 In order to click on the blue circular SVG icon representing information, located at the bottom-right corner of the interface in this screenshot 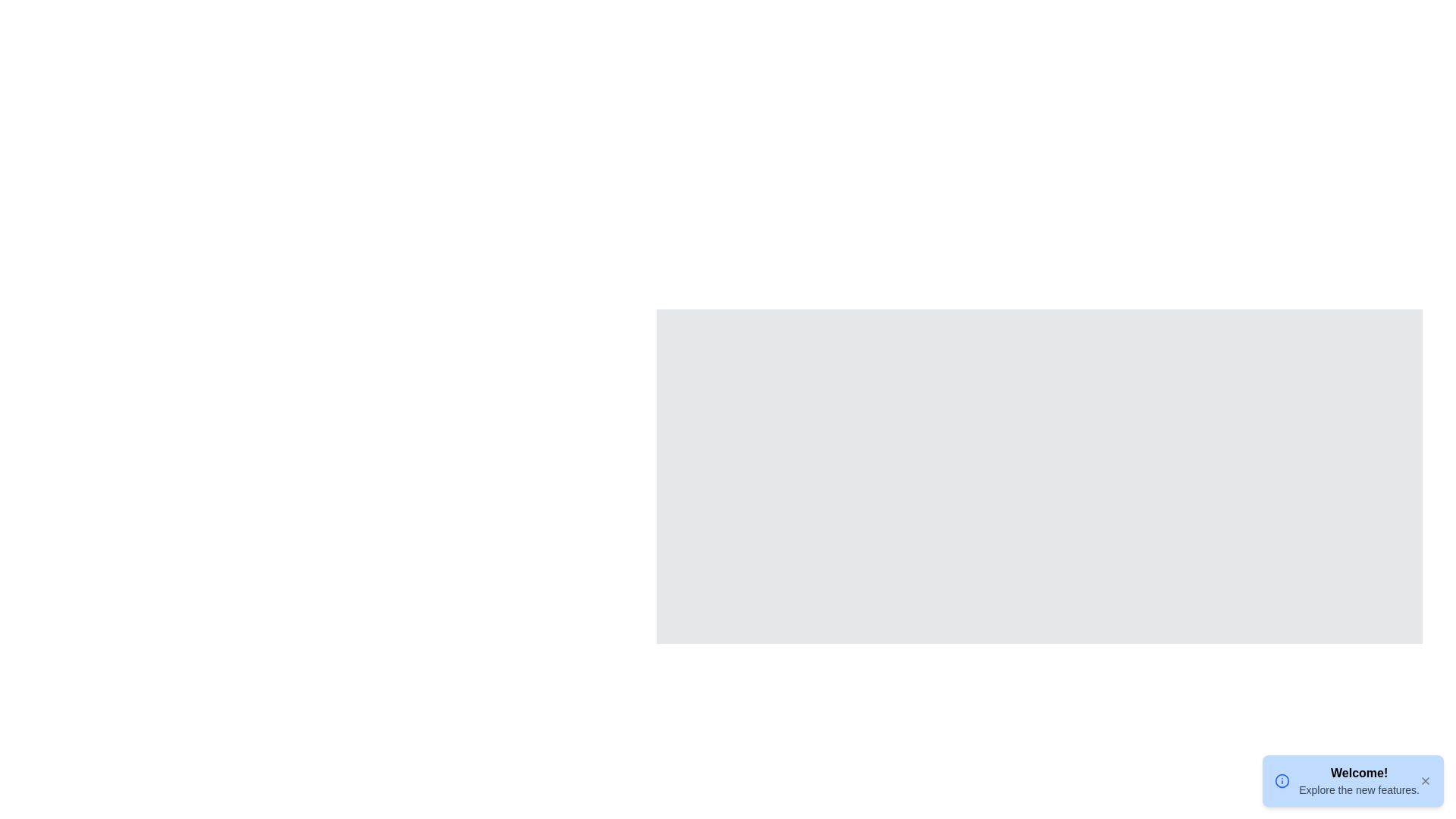, I will do `click(1282, 780)`.